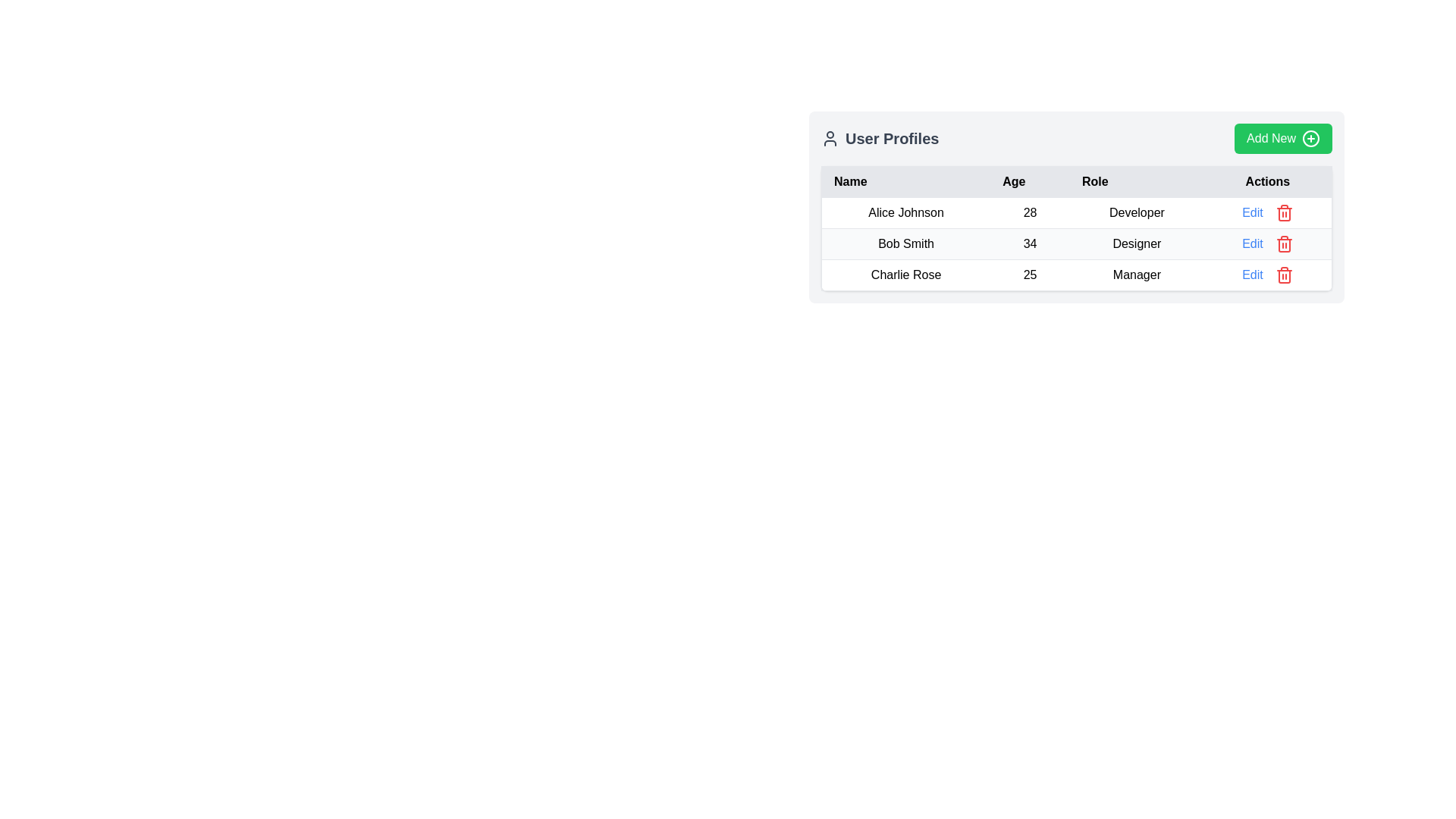 The height and width of the screenshot is (819, 1456). Describe the element at coordinates (1030, 275) in the screenshot. I see `the 'Age' column cell displaying the value '25' in the table titled 'User Profiles'` at that location.